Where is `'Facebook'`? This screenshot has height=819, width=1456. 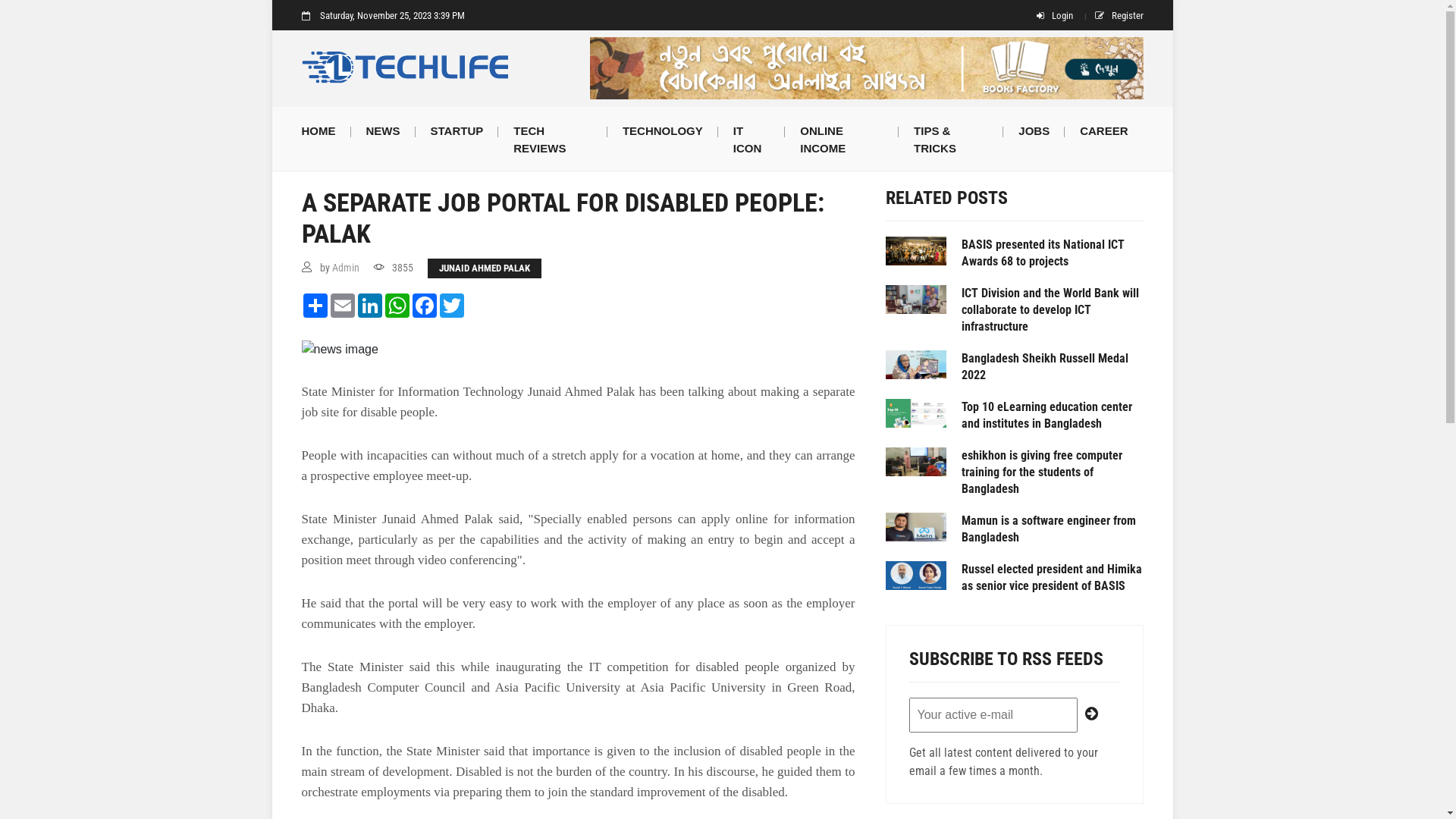 'Facebook' is located at coordinates (425, 305).